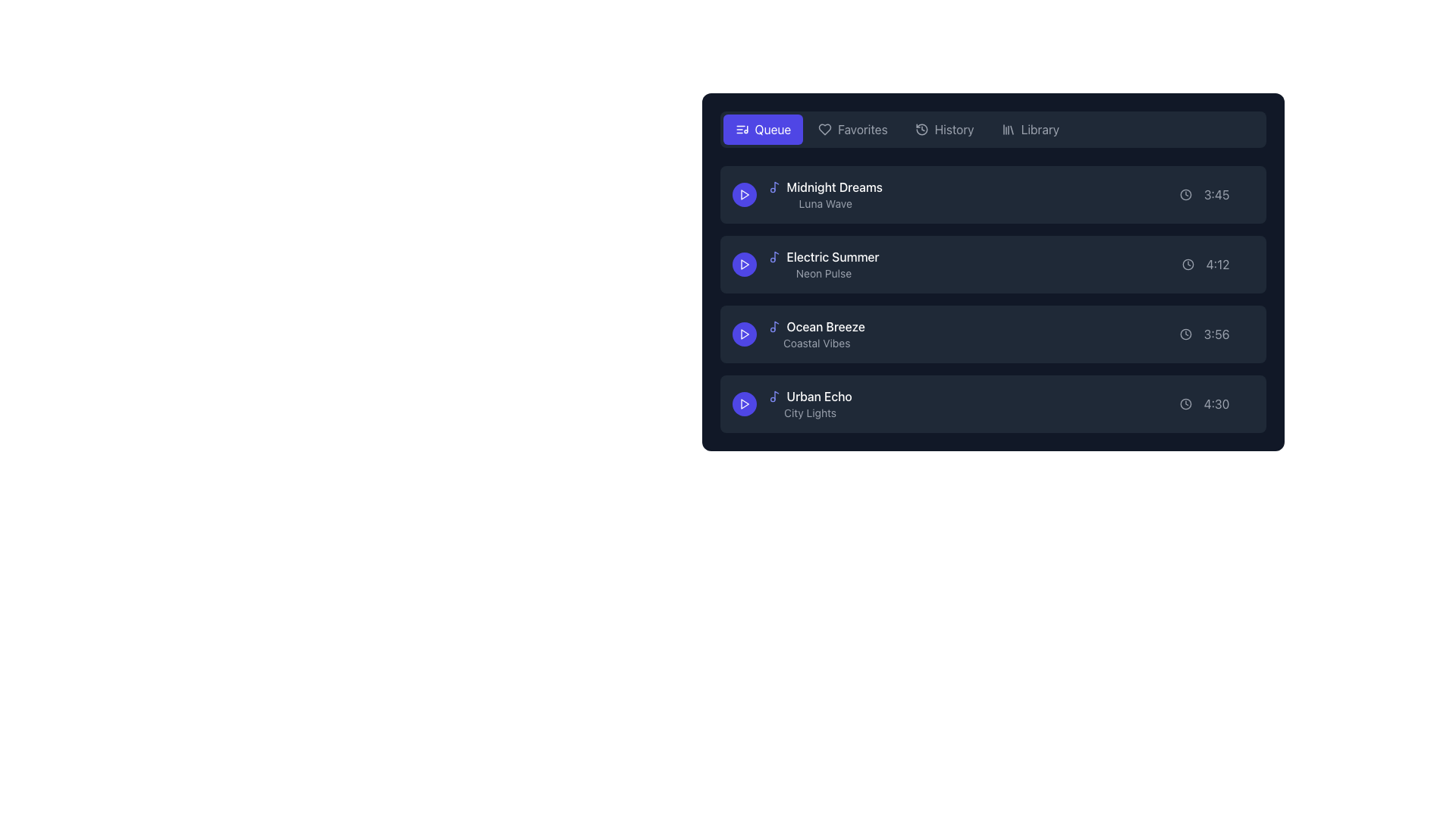 The width and height of the screenshot is (1456, 819). I want to click on the playback button associated with the media item 'Electric Summer' in the Queue section, so click(744, 263).